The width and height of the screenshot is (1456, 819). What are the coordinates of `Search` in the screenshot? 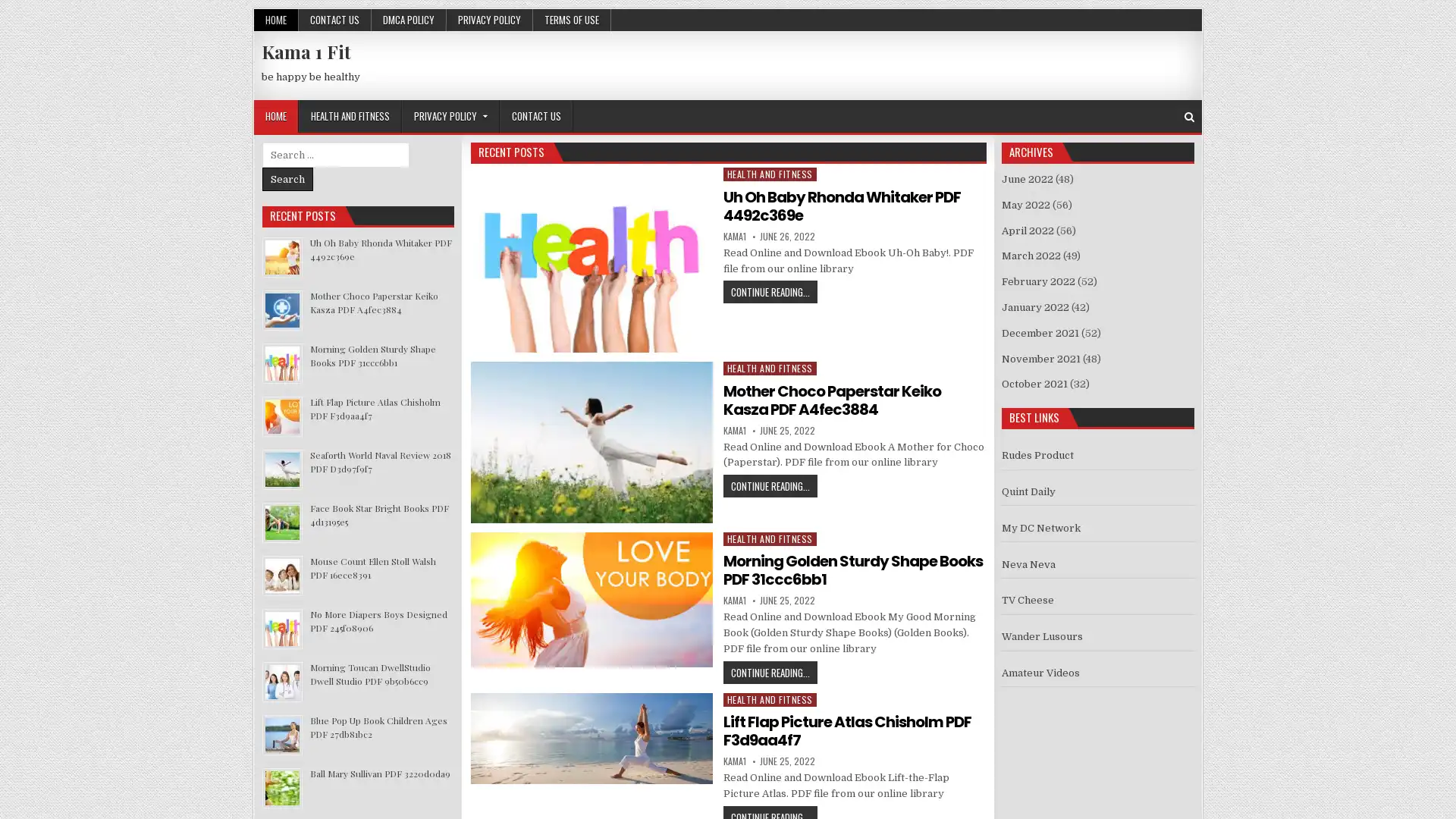 It's located at (287, 178).